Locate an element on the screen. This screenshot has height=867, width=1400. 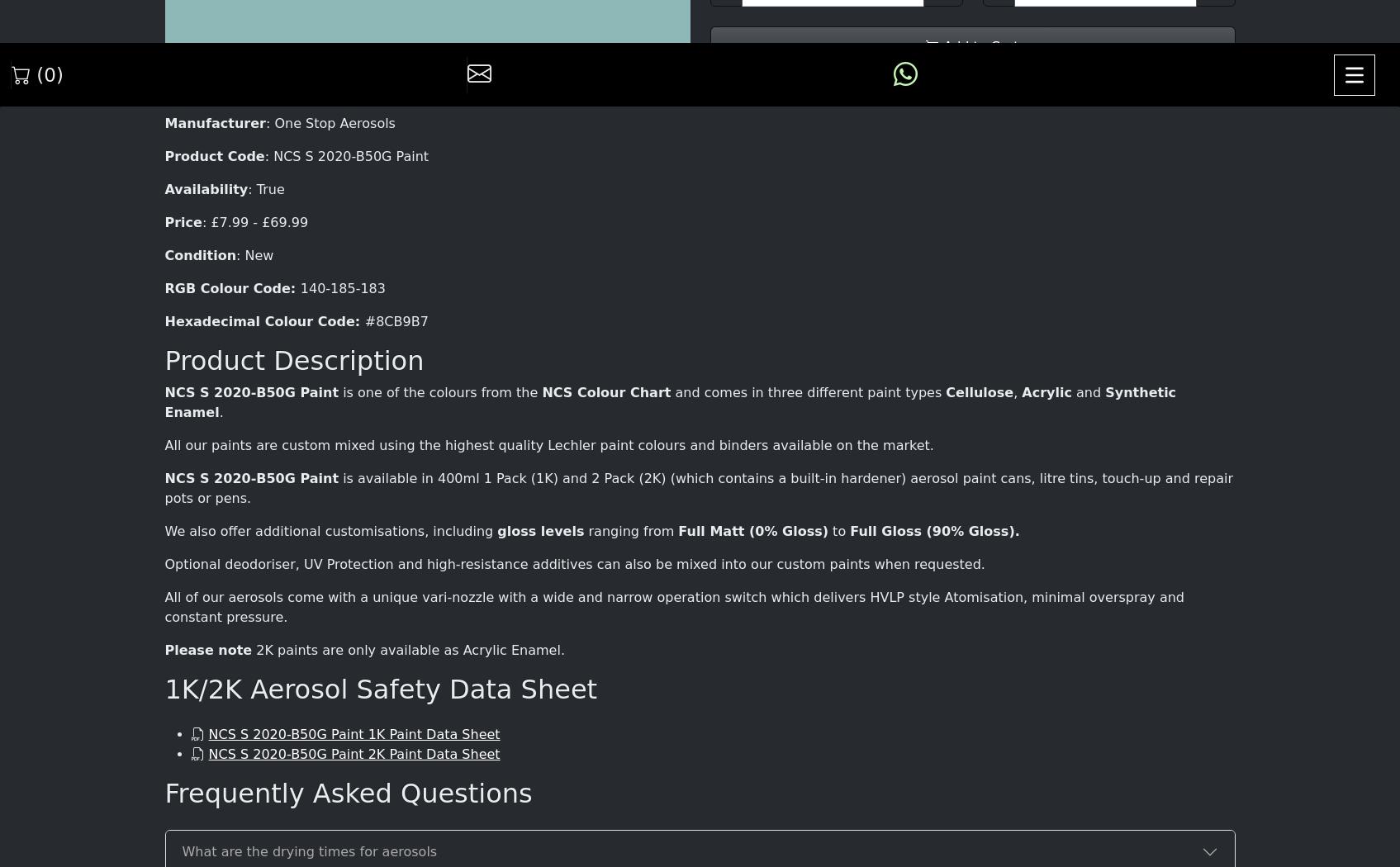
'. When choosing a primer, it is essential to select the proper primer for the surface material you plan to apply the topcoat.' is located at coordinates (690, 192).